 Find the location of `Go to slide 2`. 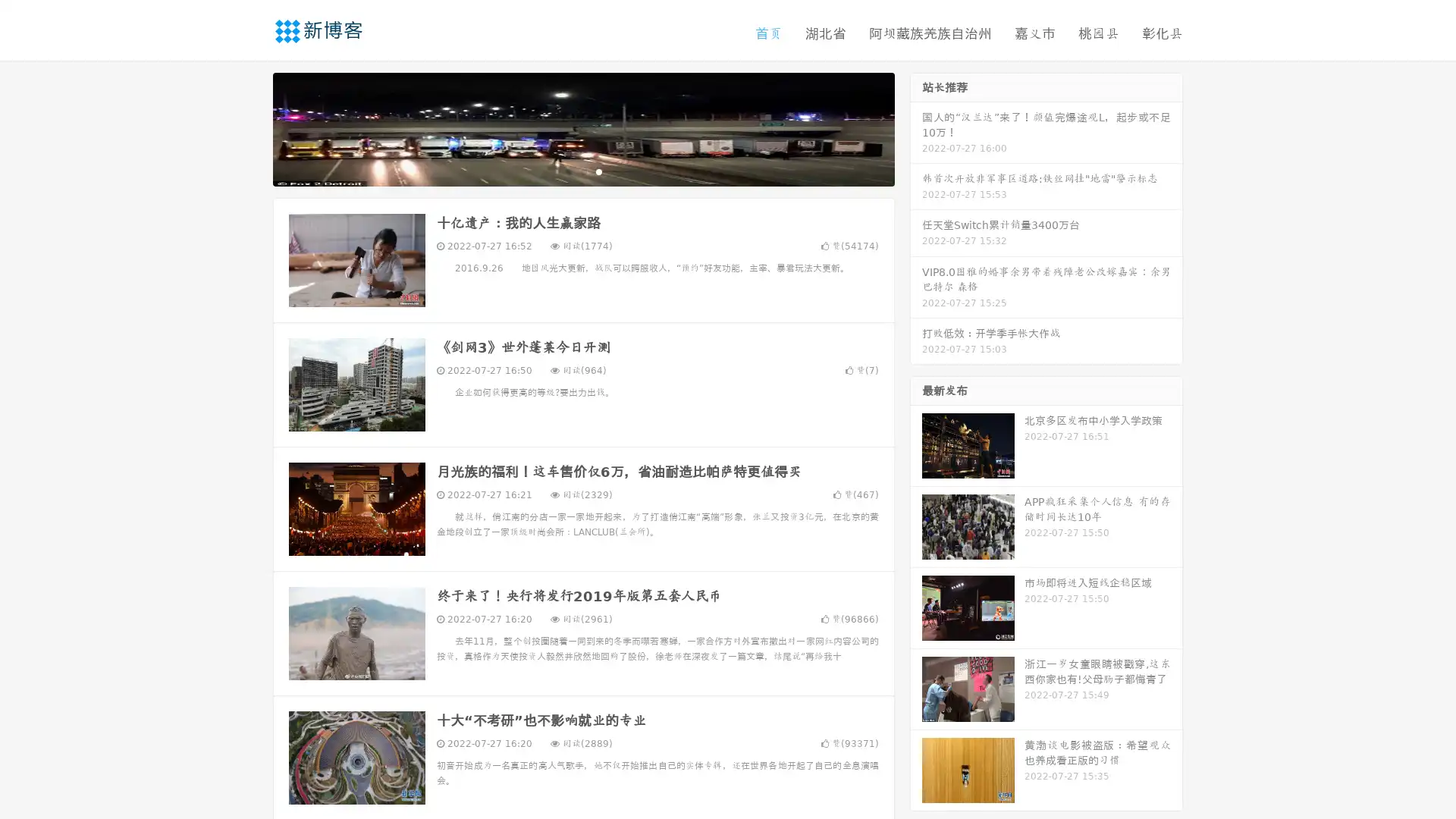

Go to slide 2 is located at coordinates (582, 171).